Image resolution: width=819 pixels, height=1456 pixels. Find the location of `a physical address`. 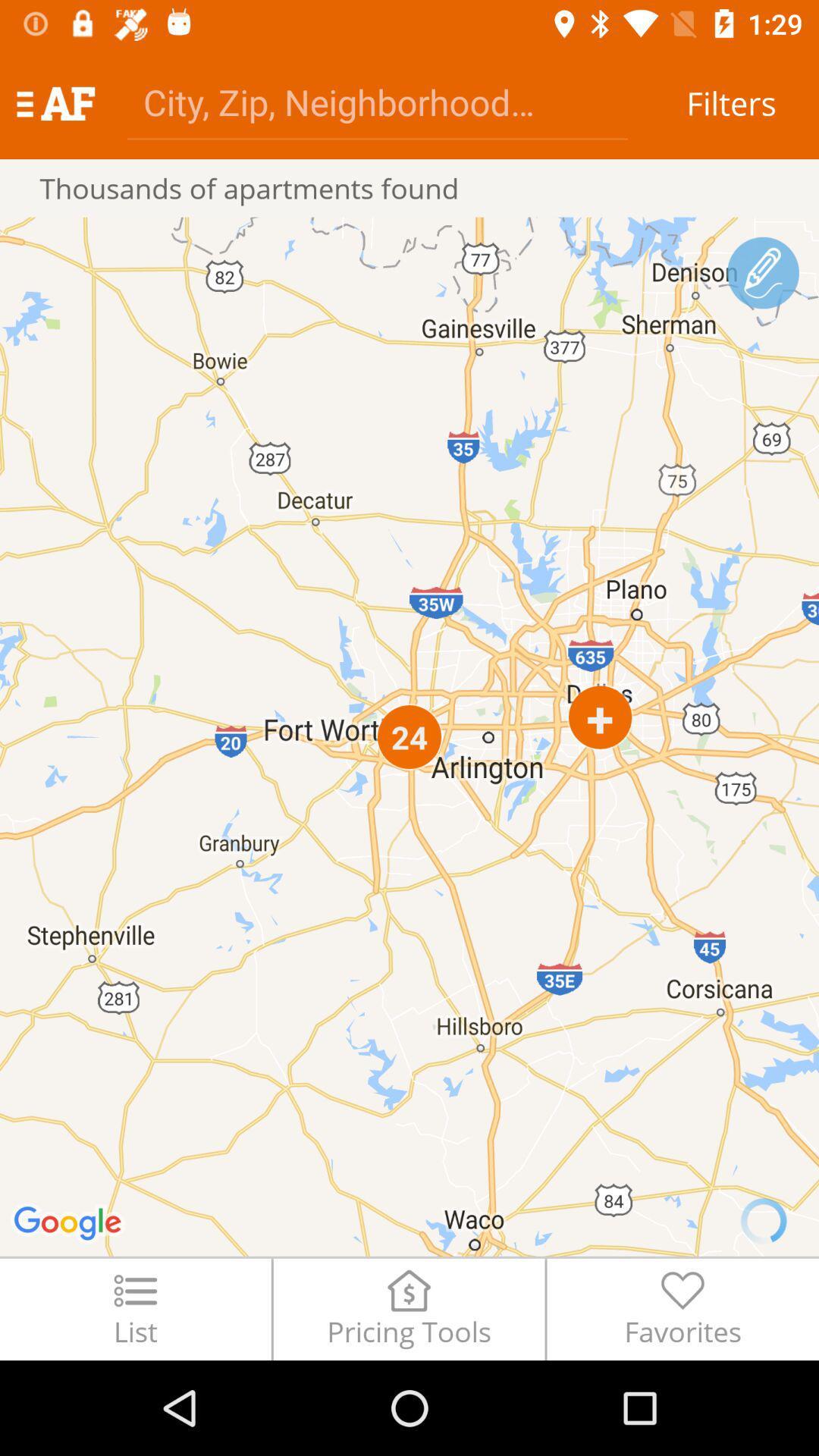

a physical address is located at coordinates (376, 101).